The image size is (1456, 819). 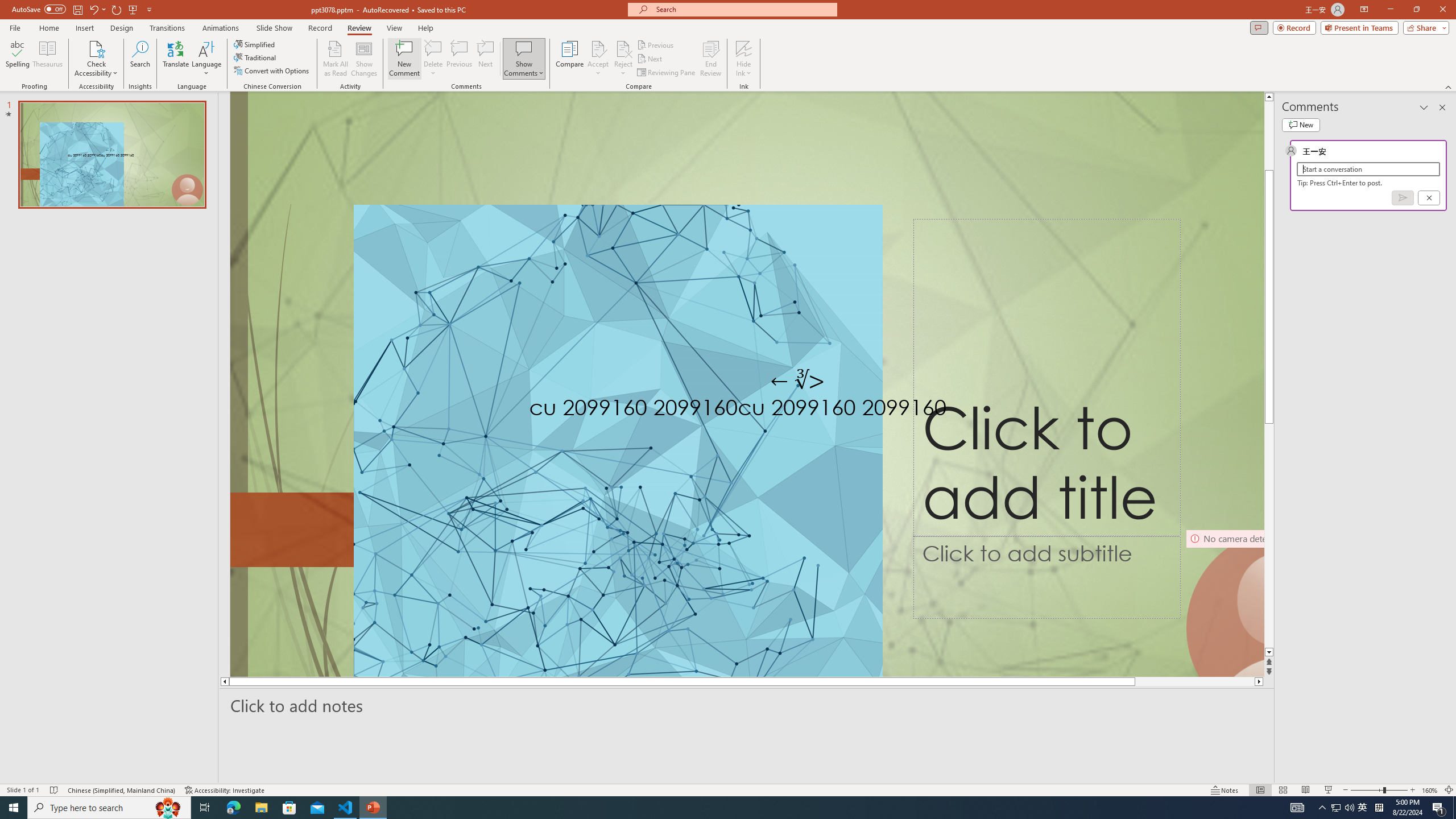 What do you see at coordinates (746, 383) in the screenshot?
I see `'An abstract genetic concept'` at bounding box center [746, 383].